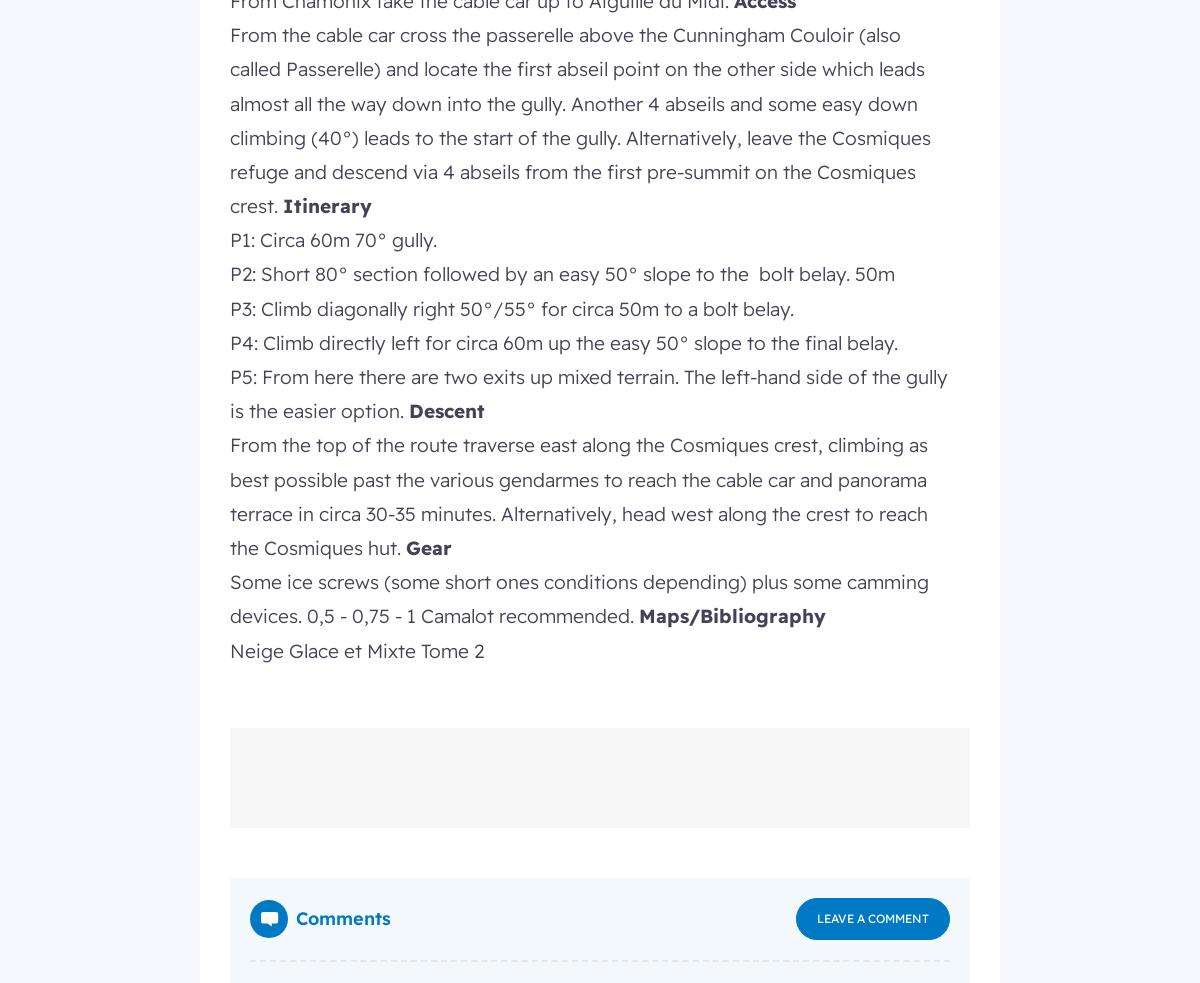 The width and height of the screenshot is (1200, 983). Describe the element at coordinates (332, 280) in the screenshot. I see `'Registro Imprese di Padova n.318412'` at that location.